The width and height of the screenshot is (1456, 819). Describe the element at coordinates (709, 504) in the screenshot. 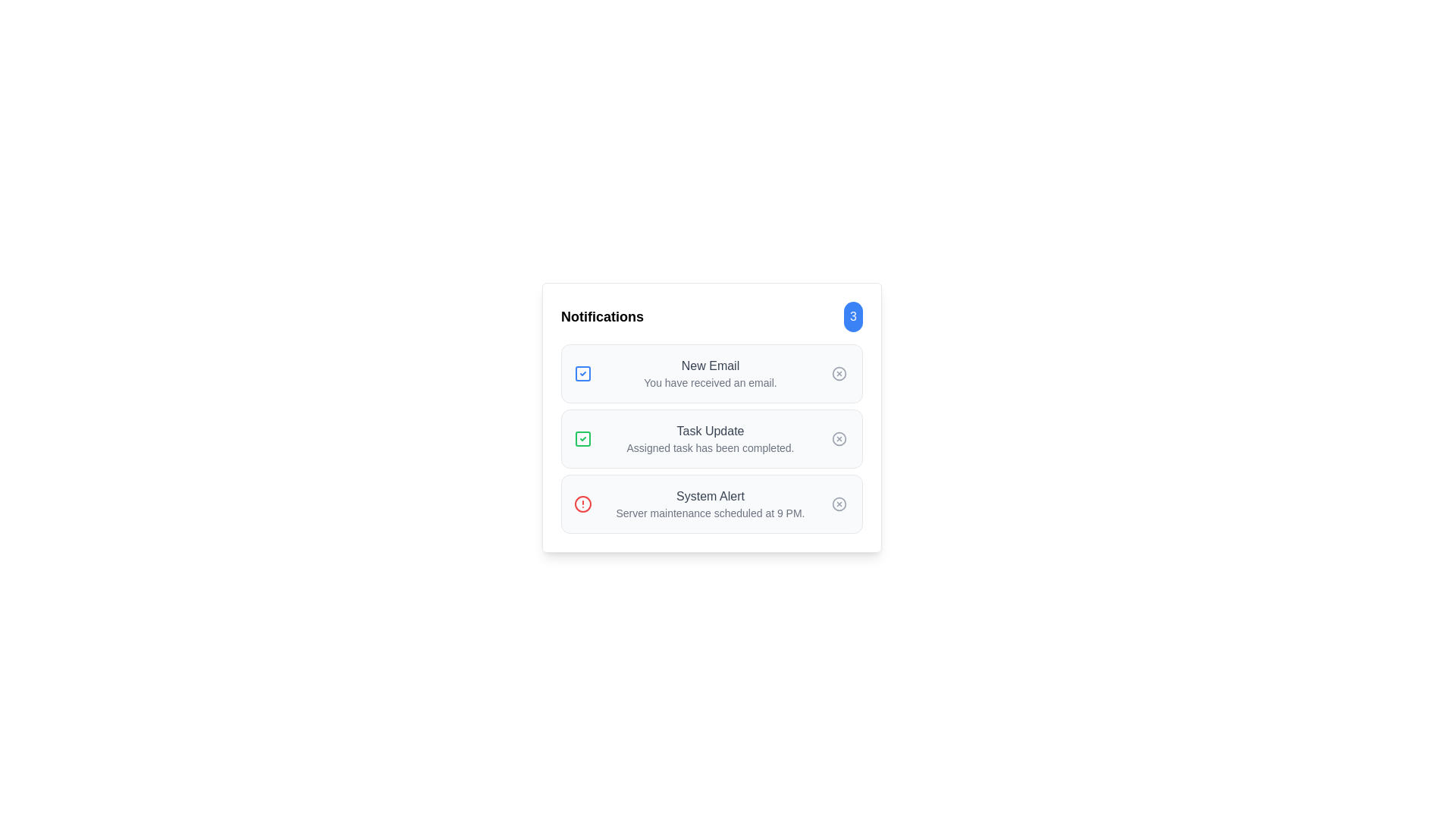

I see `the static text display that informs the user about an upcoming server maintenance event scheduled for 9 PM, located in the third position of the vertical notification list` at that location.